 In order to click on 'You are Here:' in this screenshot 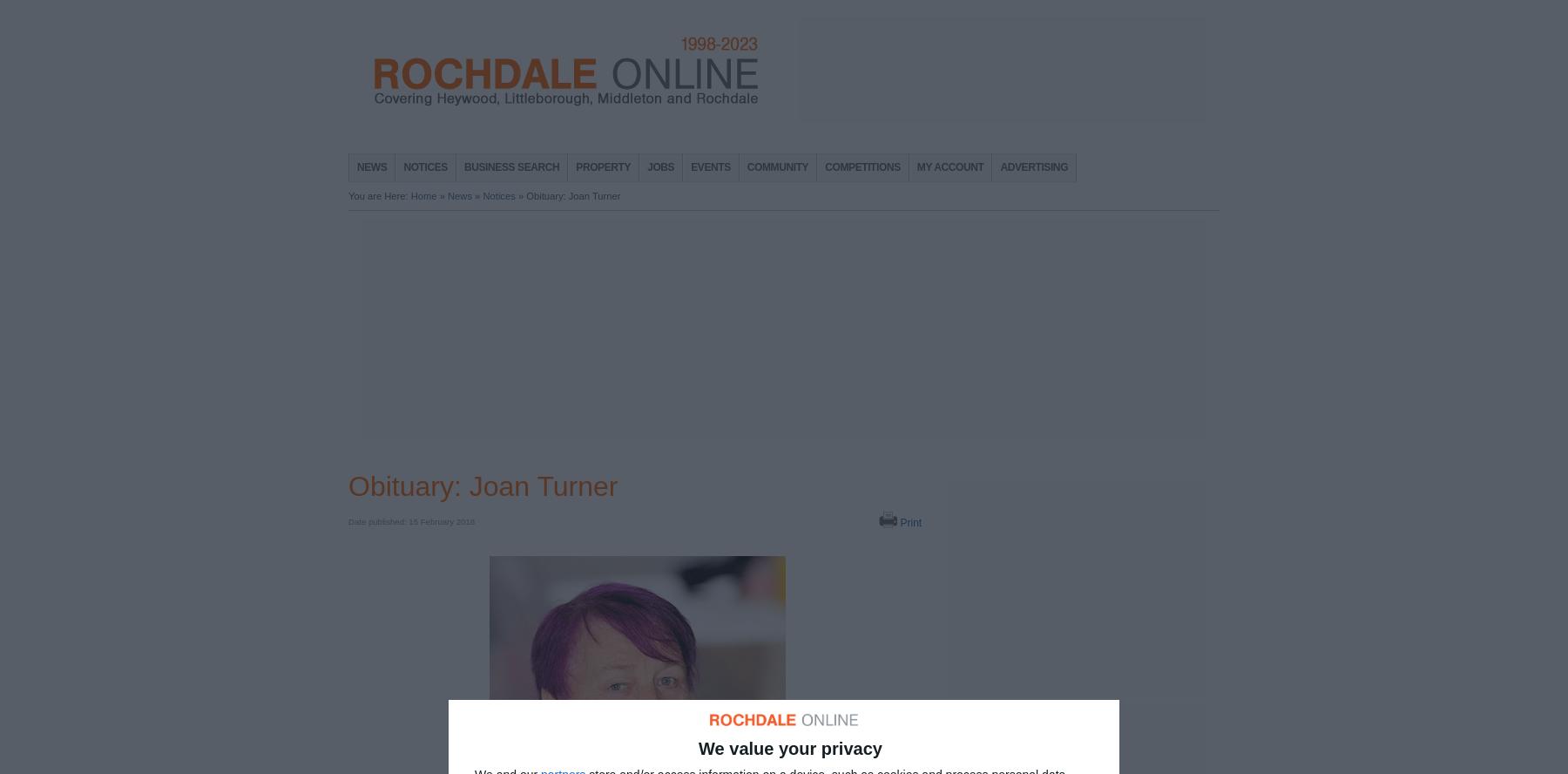, I will do `click(379, 196)`.